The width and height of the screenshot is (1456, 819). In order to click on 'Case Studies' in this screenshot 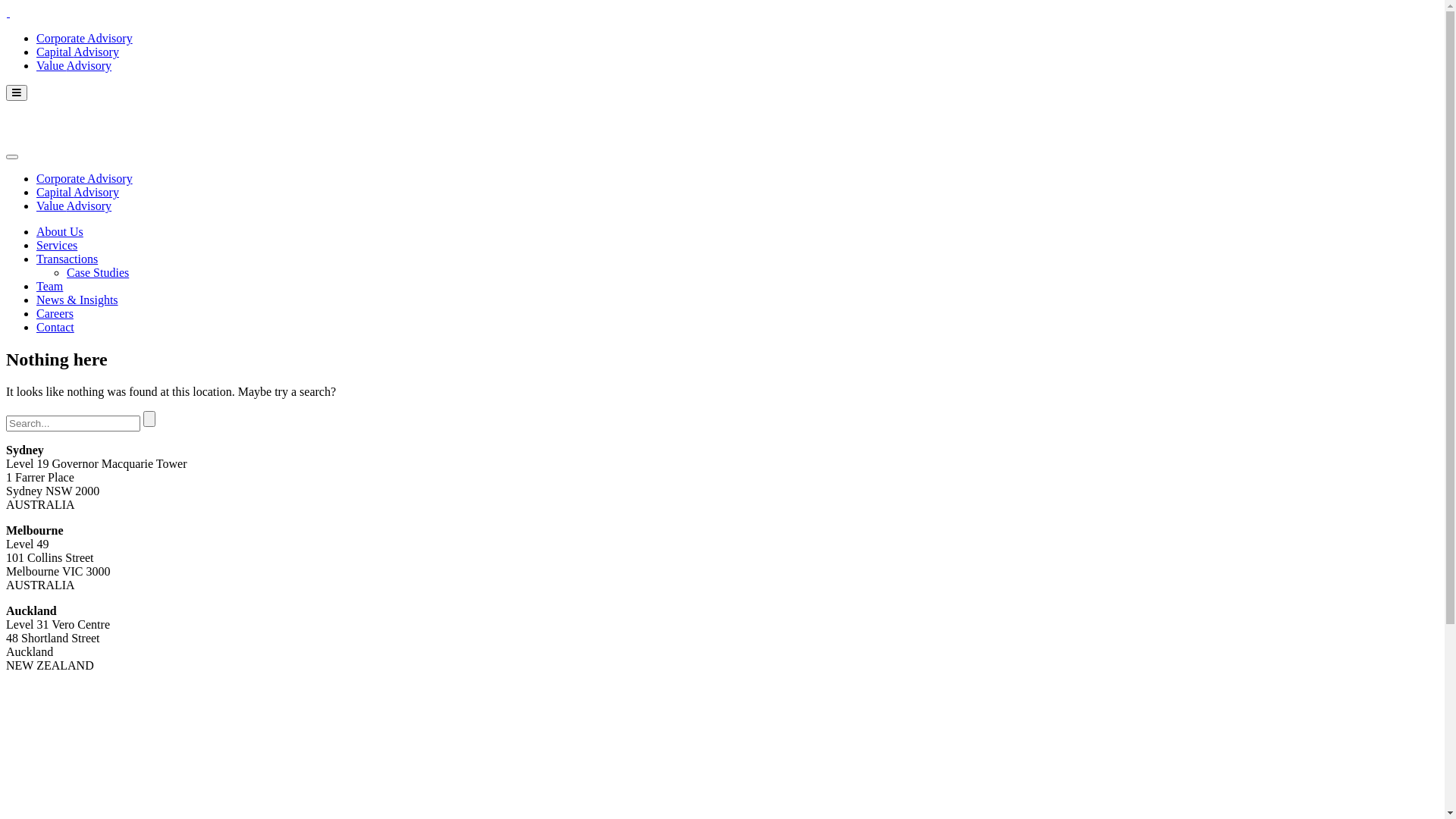, I will do `click(97, 271)`.